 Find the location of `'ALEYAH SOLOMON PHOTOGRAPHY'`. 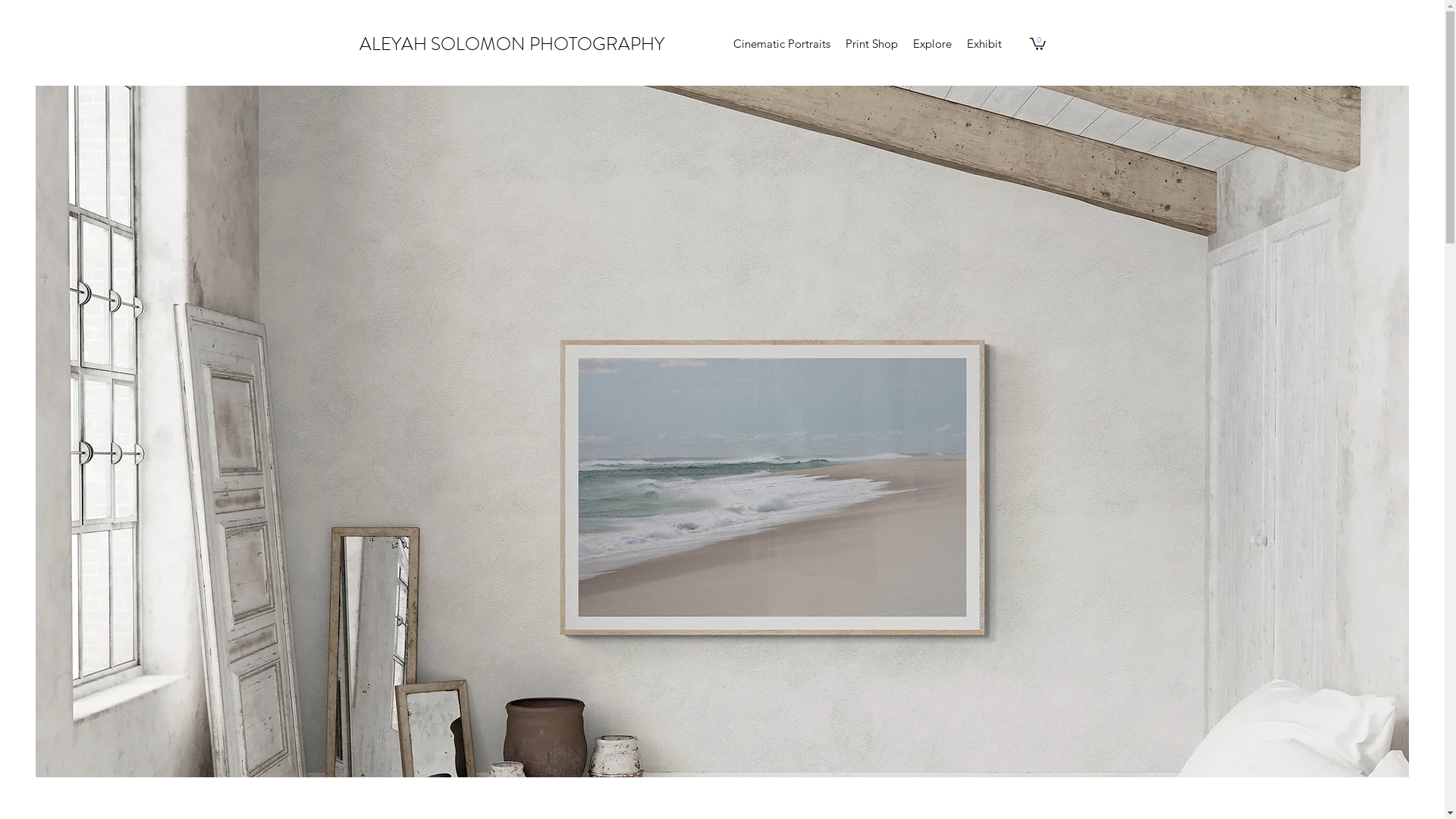

'ALEYAH SOLOMON PHOTOGRAPHY' is located at coordinates (512, 42).